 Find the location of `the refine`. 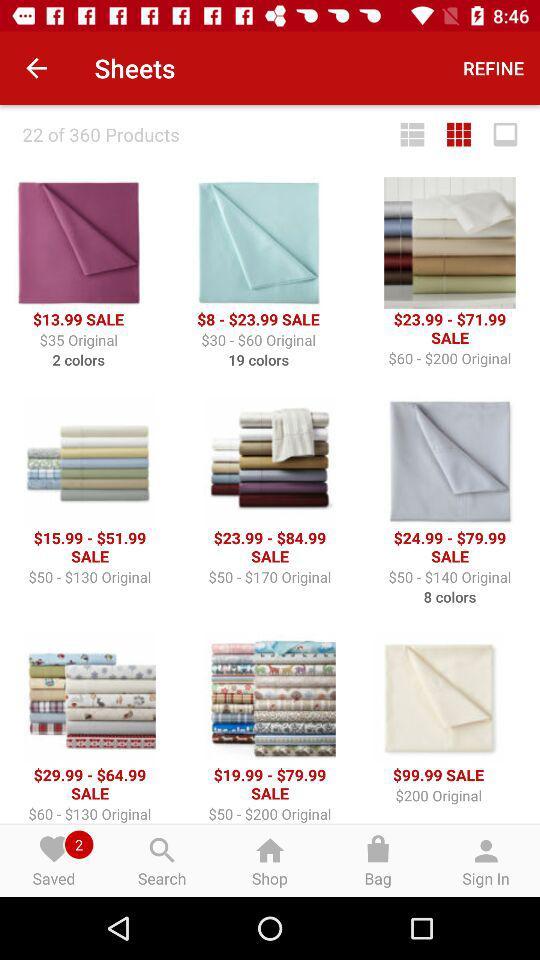

the refine is located at coordinates (492, 68).